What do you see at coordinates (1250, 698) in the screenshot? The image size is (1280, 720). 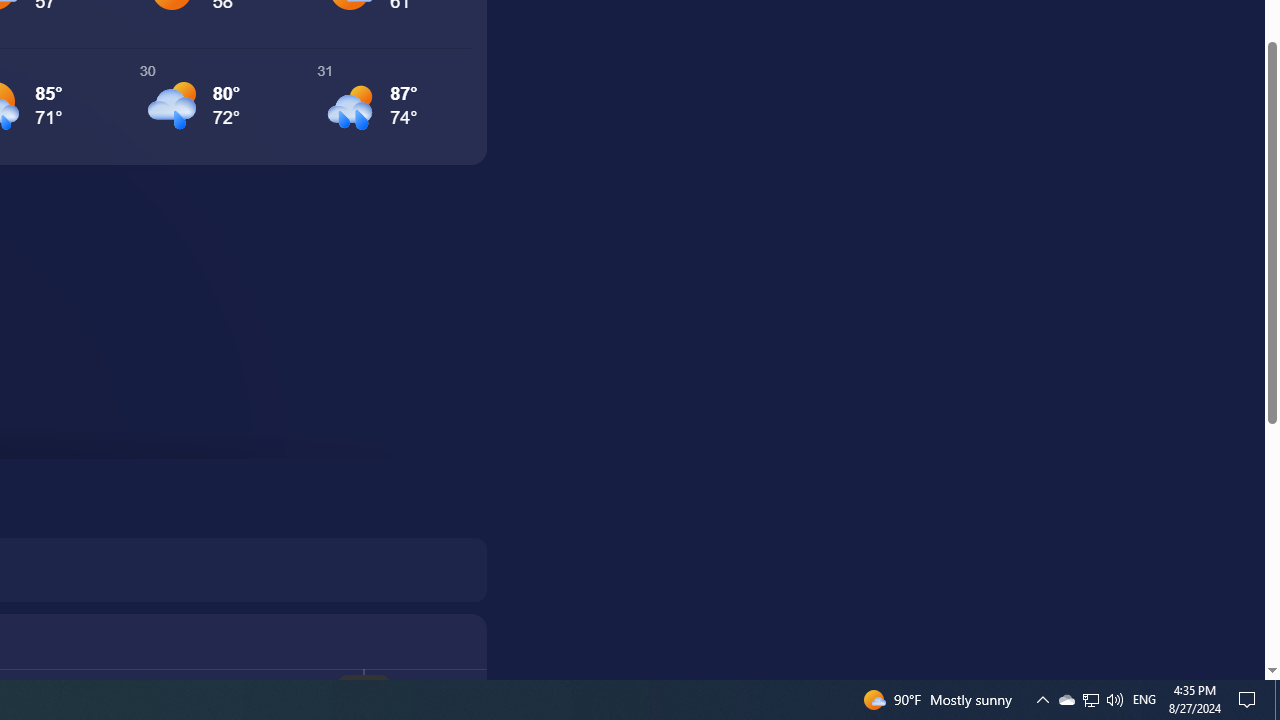 I see `'Action Center, No new notifications'` at bounding box center [1250, 698].